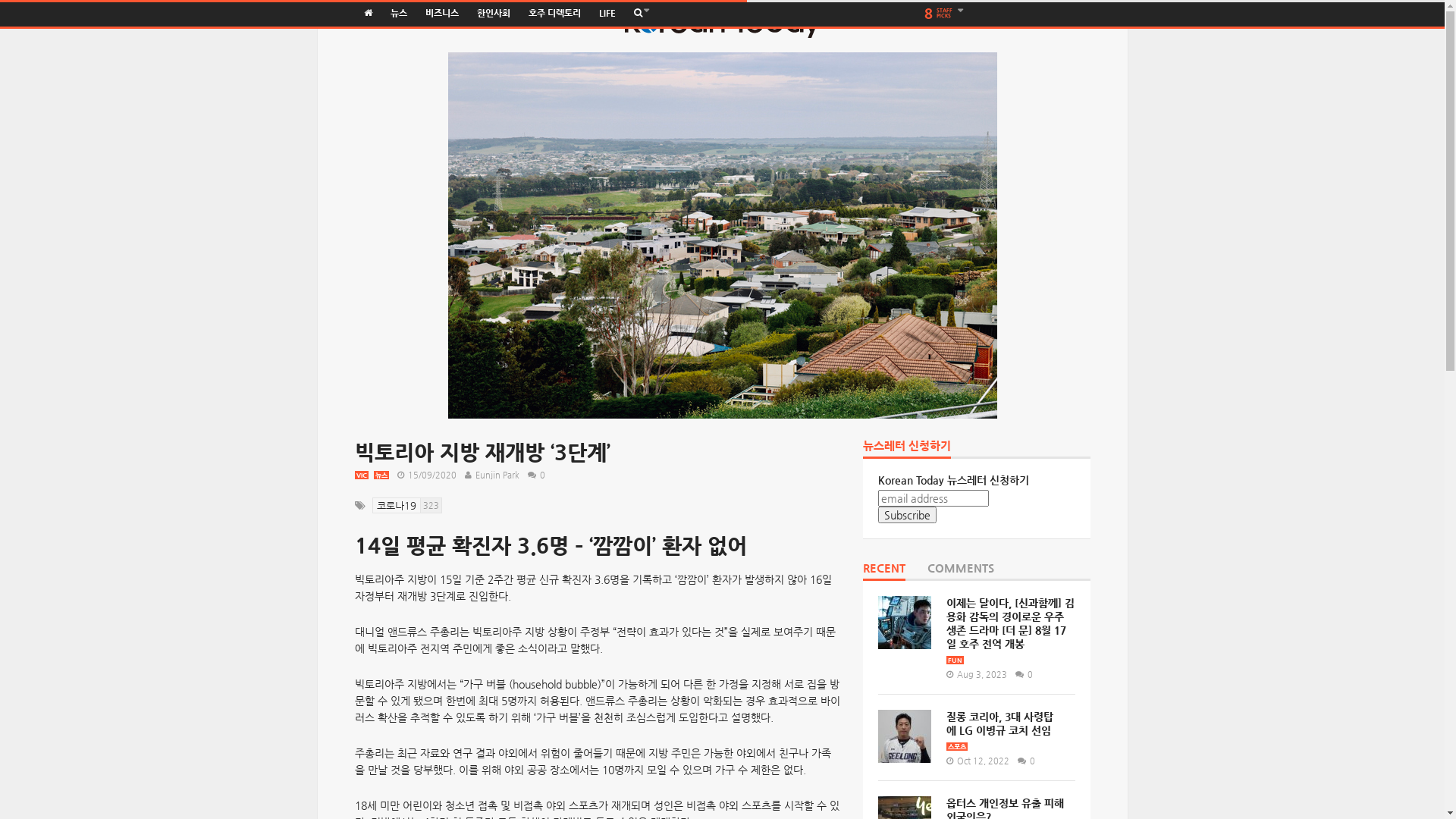 The width and height of the screenshot is (1456, 819). What do you see at coordinates (862, 571) in the screenshot?
I see `'RECENT'` at bounding box center [862, 571].